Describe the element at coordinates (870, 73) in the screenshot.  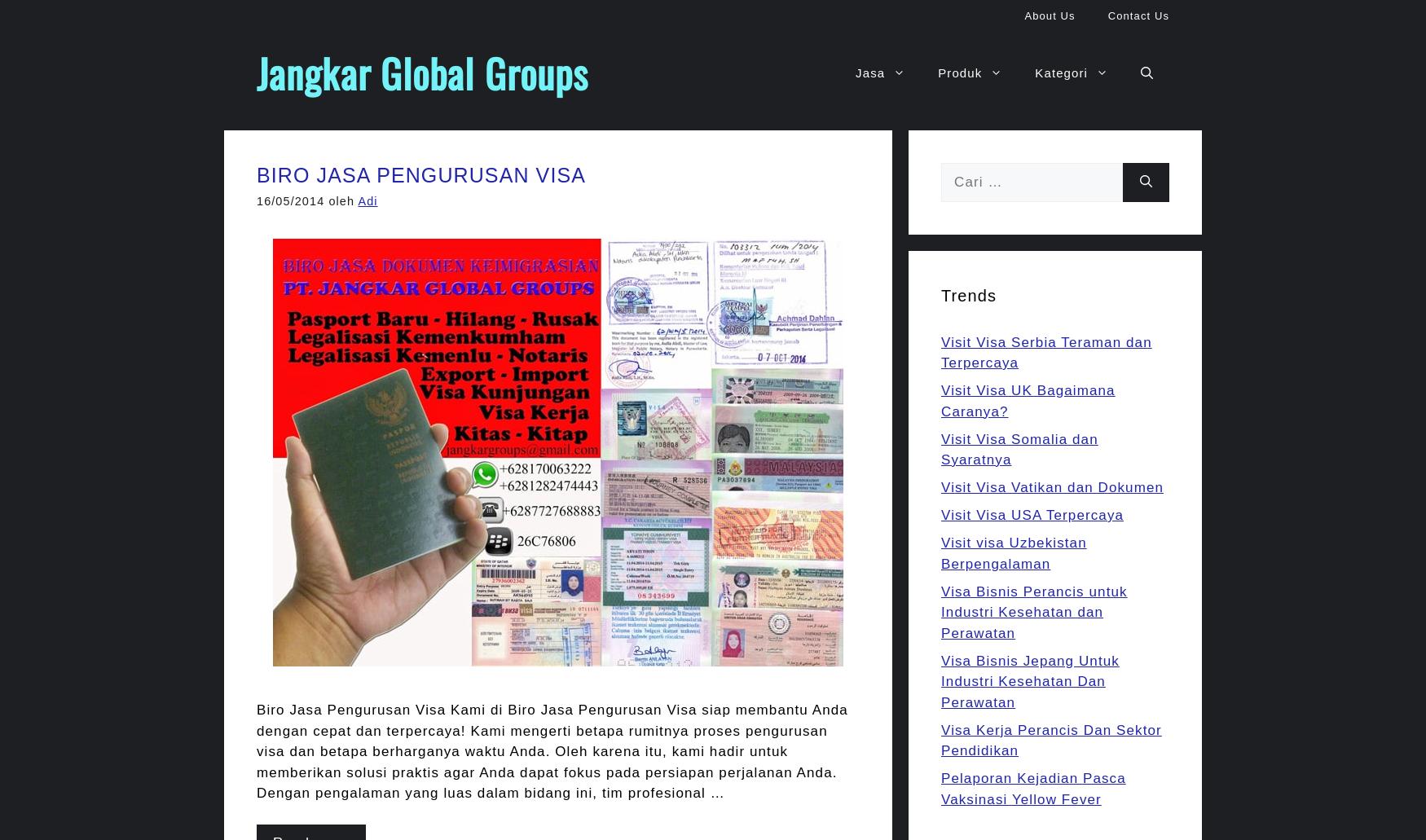
I see `'Jasa'` at that location.